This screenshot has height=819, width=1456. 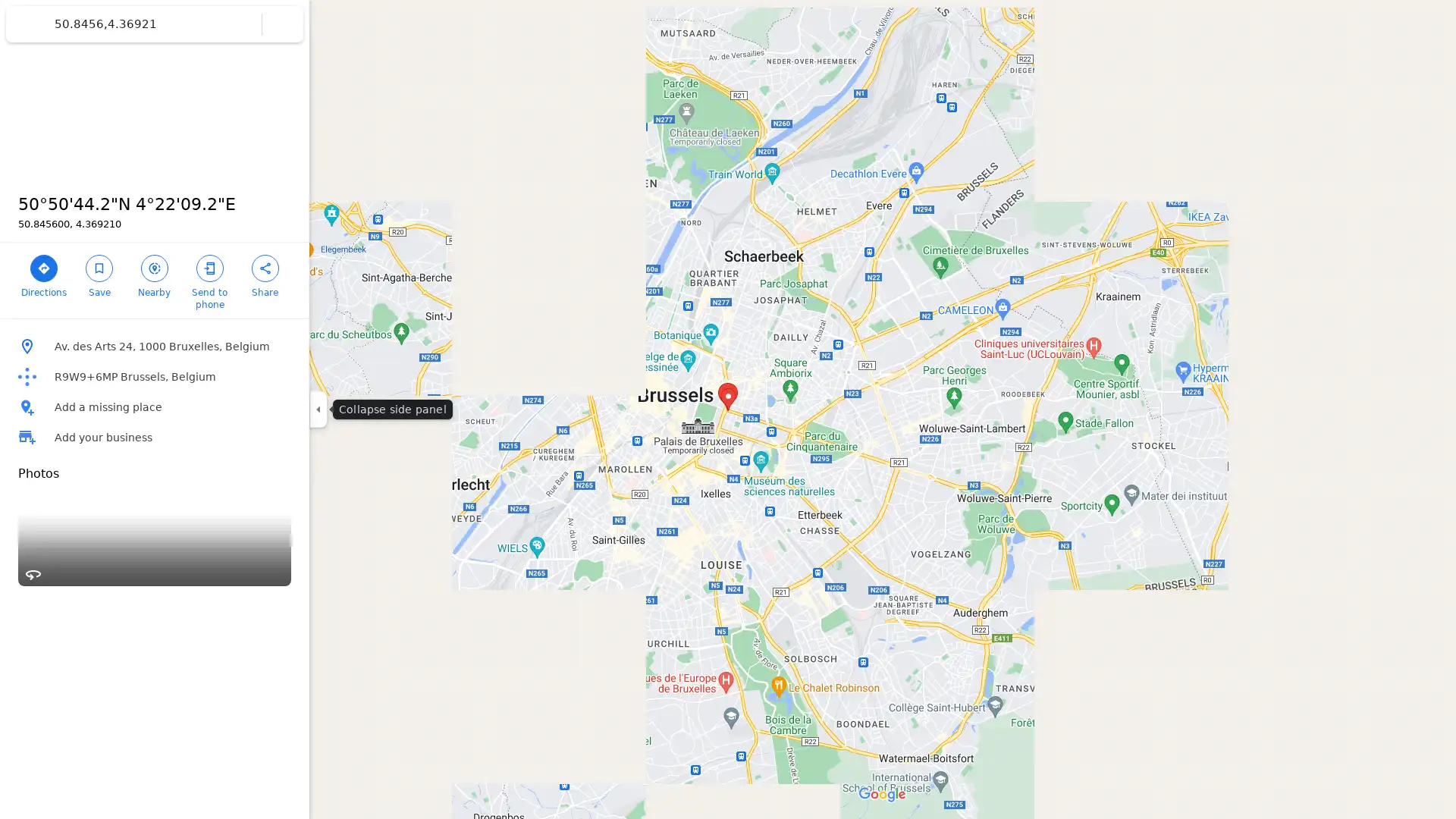 I want to click on Search nearby 5050'44.2"N 422'09.2"E, so click(x=154, y=275).